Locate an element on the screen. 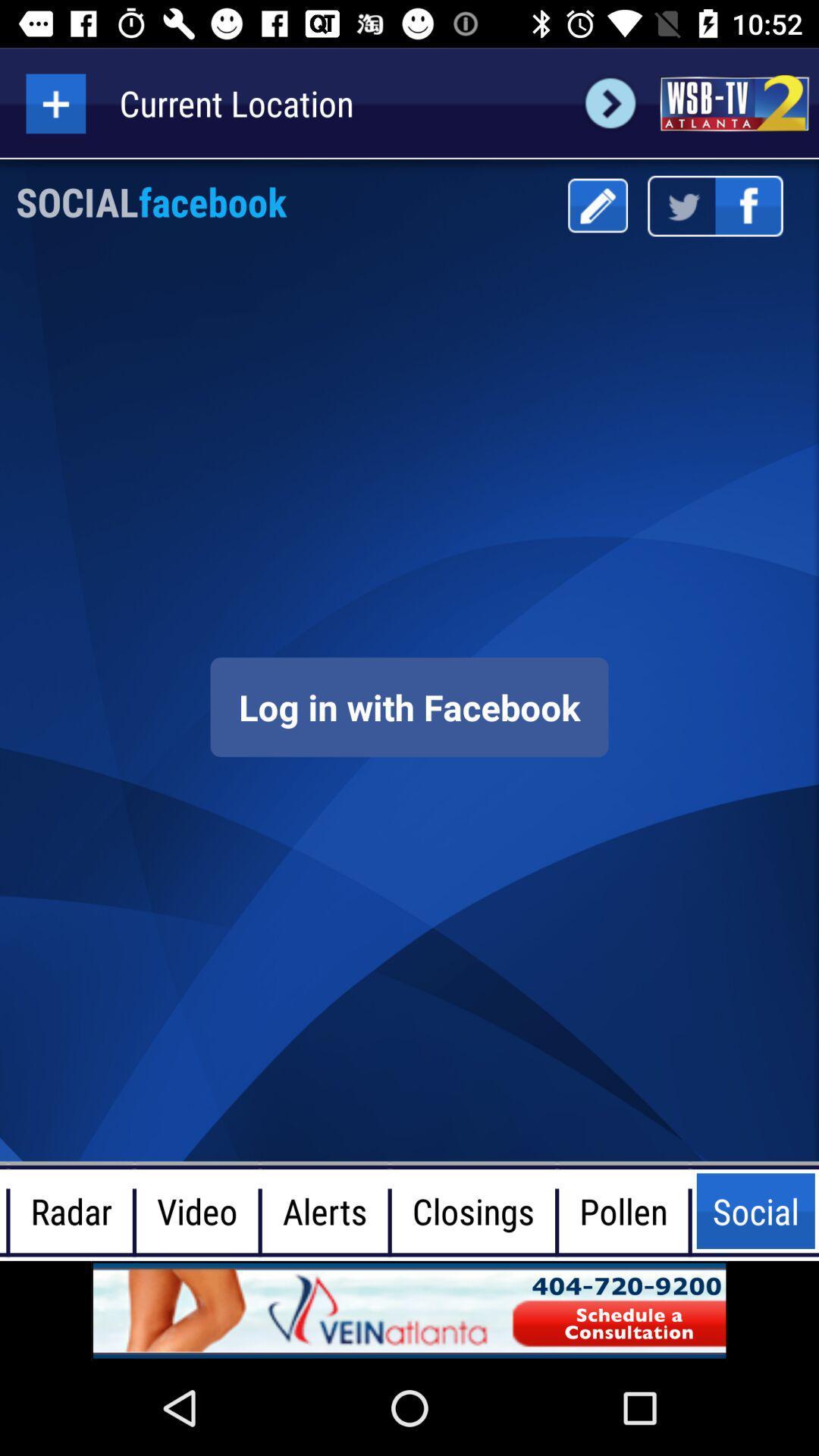 The width and height of the screenshot is (819, 1456). more is located at coordinates (55, 102).